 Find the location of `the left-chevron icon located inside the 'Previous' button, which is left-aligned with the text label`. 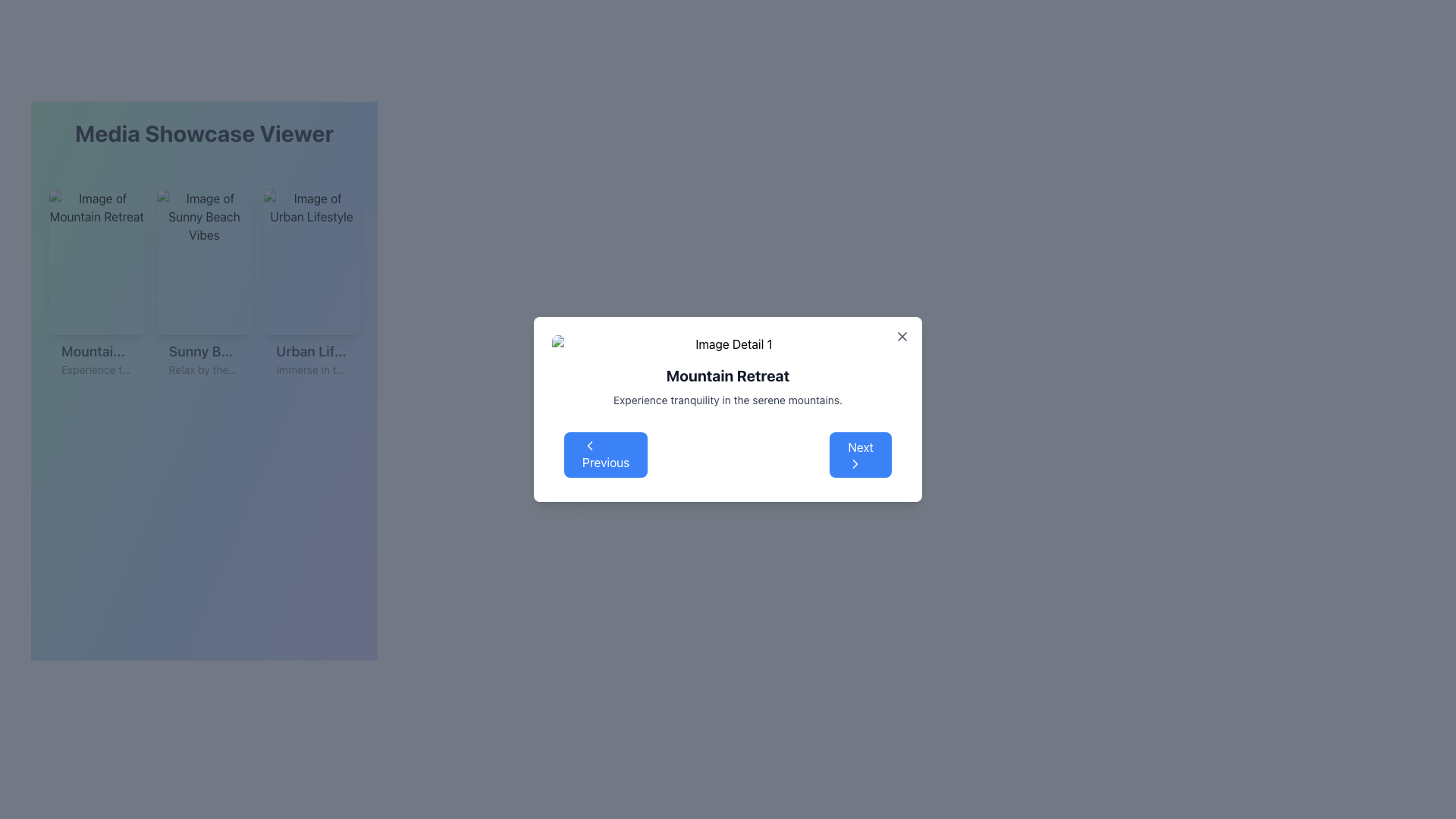

the left-chevron icon located inside the 'Previous' button, which is left-aligned with the text label is located at coordinates (588, 444).